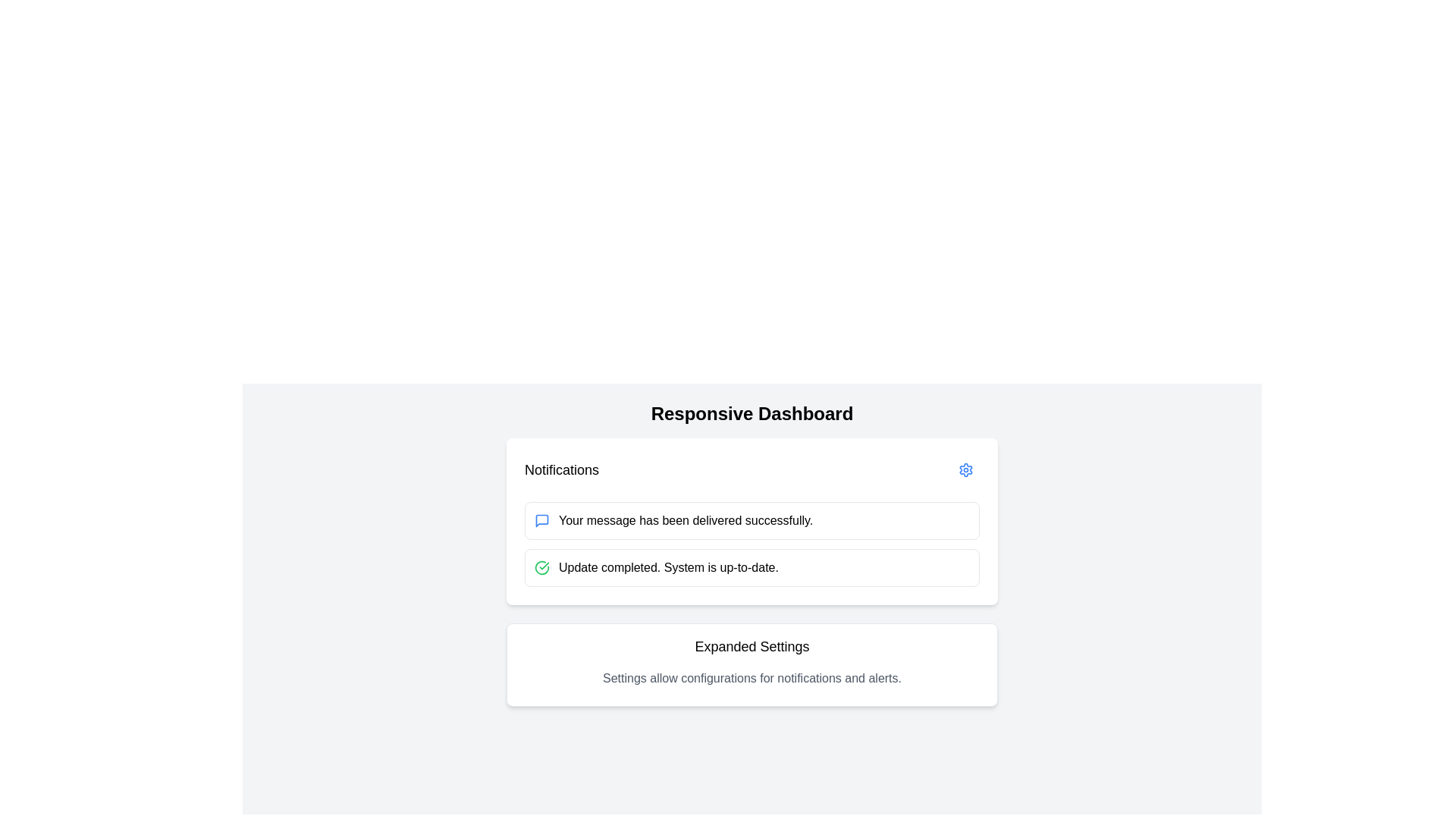  I want to click on the icon button for notifications settings located, so click(965, 469).